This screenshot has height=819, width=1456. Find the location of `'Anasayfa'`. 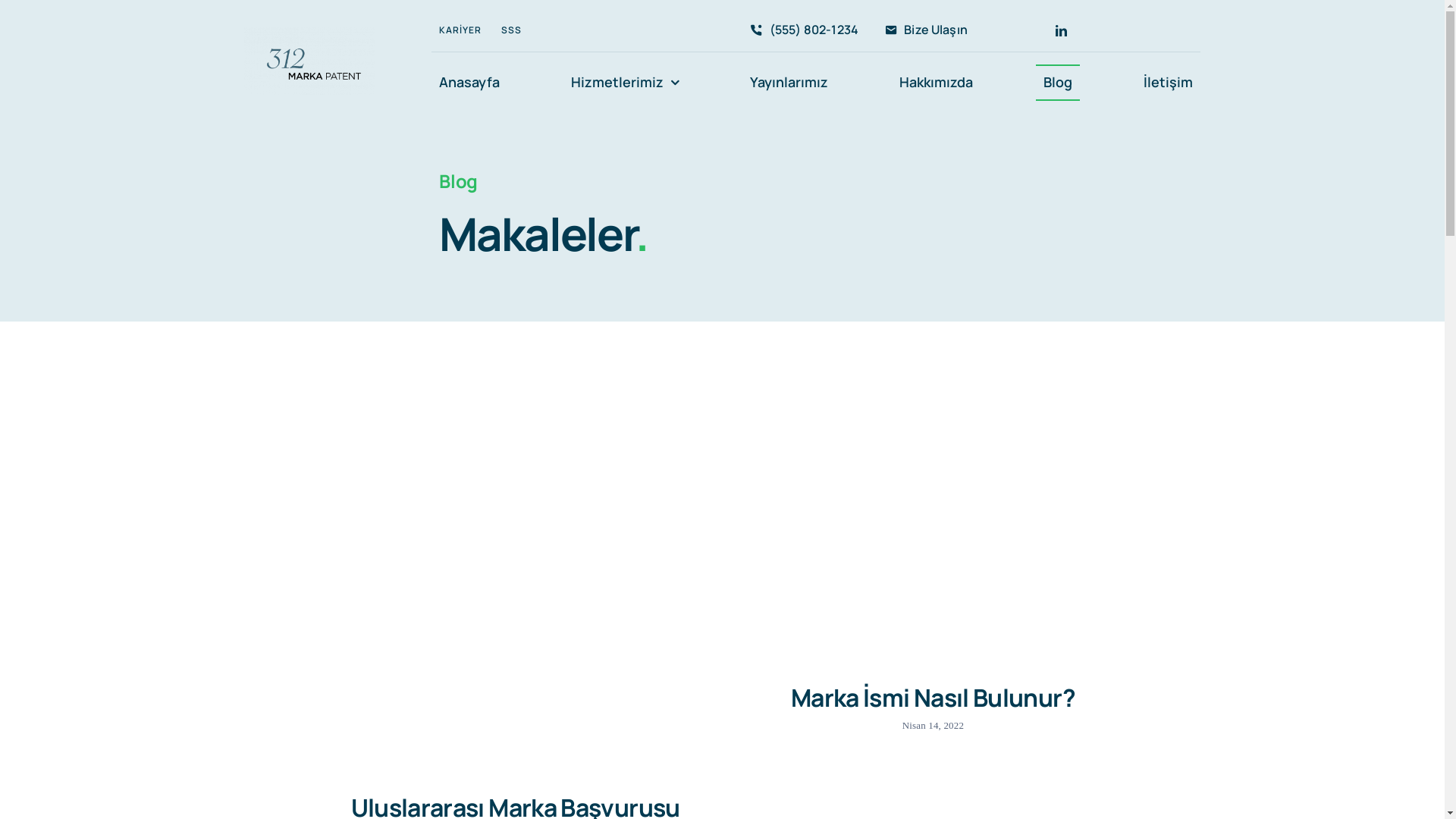

'Anasayfa' is located at coordinates (431, 82).